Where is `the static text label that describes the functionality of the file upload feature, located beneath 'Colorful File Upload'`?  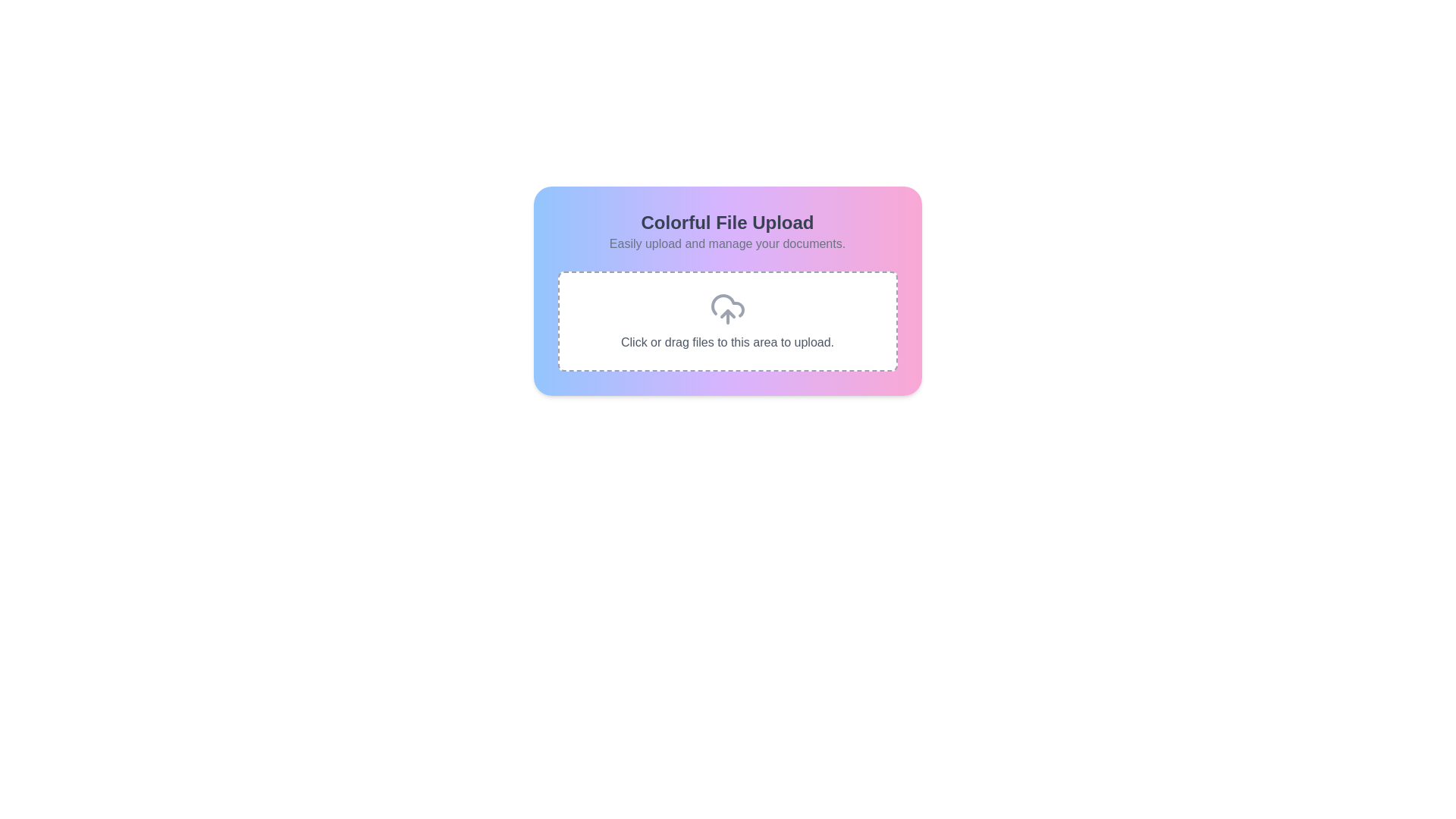 the static text label that describes the functionality of the file upload feature, located beneath 'Colorful File Upload' is located at coordinates (726, 243).